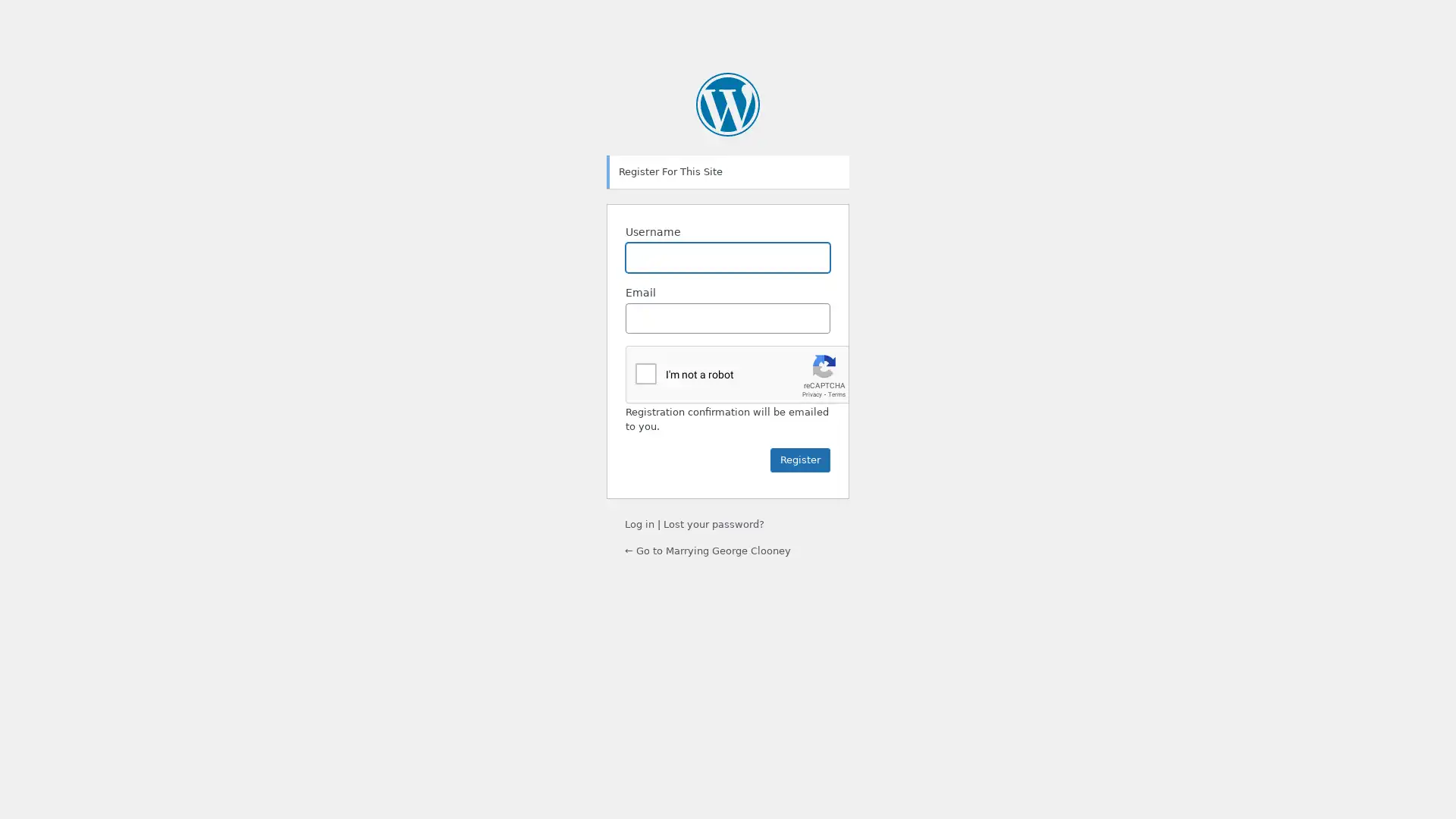 The height and width of the screenshot is (819, 1456). I want to click on Register, so click(799, 458).